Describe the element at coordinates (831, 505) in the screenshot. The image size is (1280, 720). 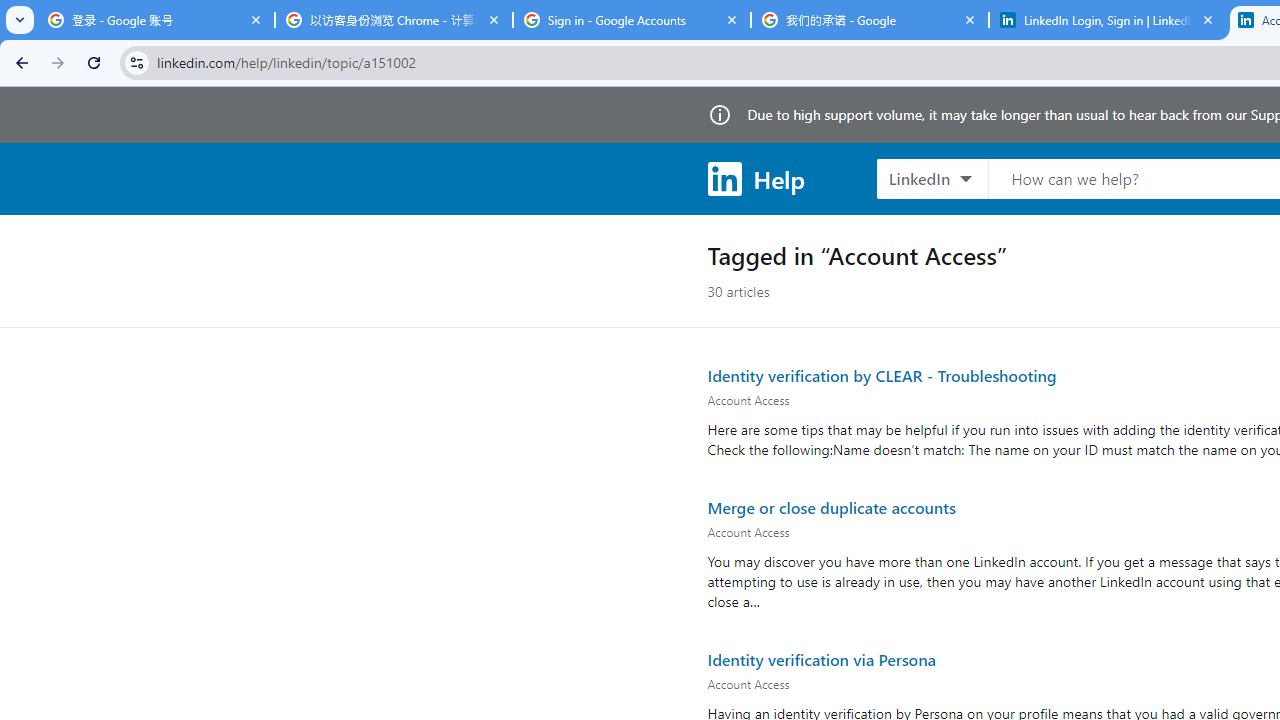
I see `'Merge or close duplicate accounts'` at that location.